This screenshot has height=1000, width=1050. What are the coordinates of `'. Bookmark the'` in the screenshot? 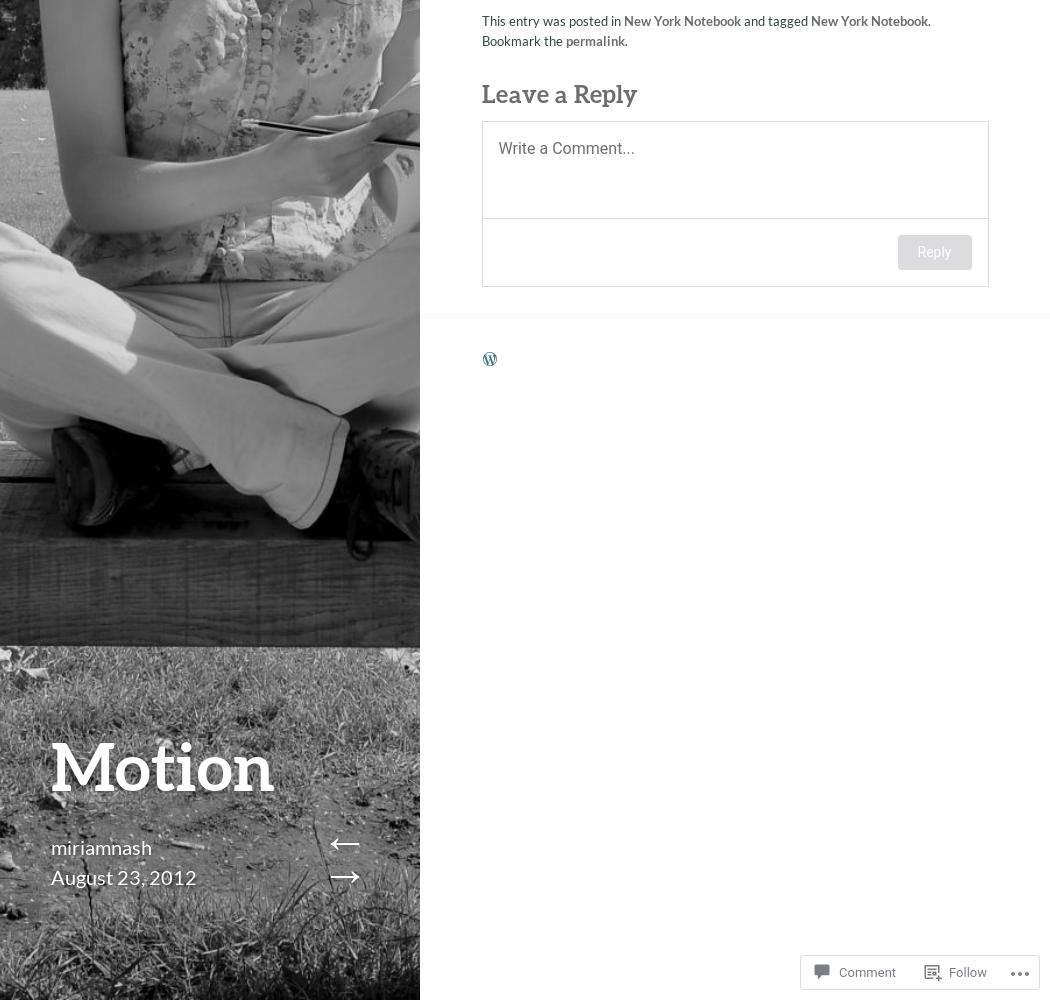 It's located at (705, 26).